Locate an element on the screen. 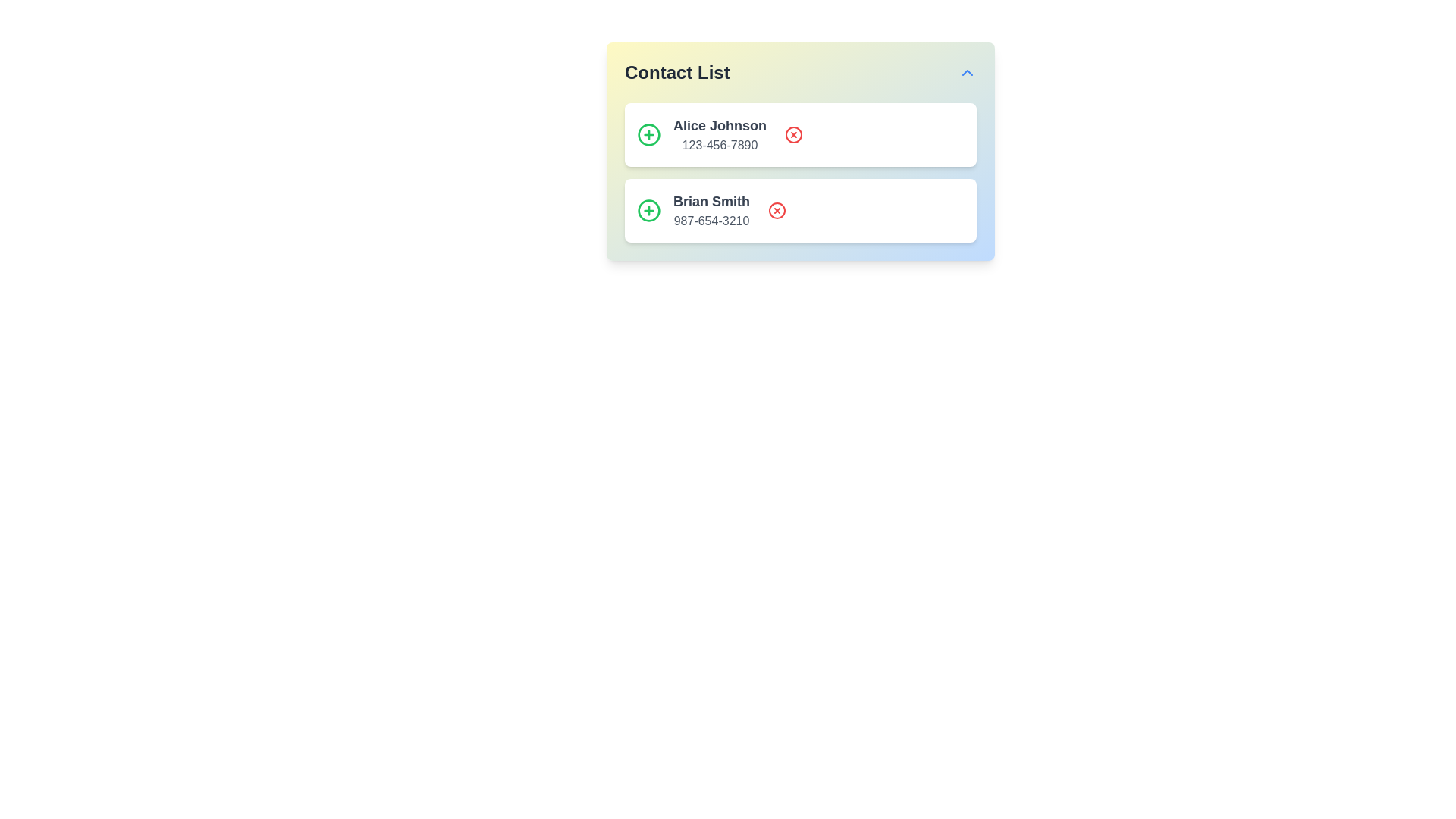 This screenshot has height=819, width=1456. the red circular icon with a cross ('x') symbol inside, located to the right of 'Alice Johnson' and '123-456-7890' is located at coordinates (792, 133).